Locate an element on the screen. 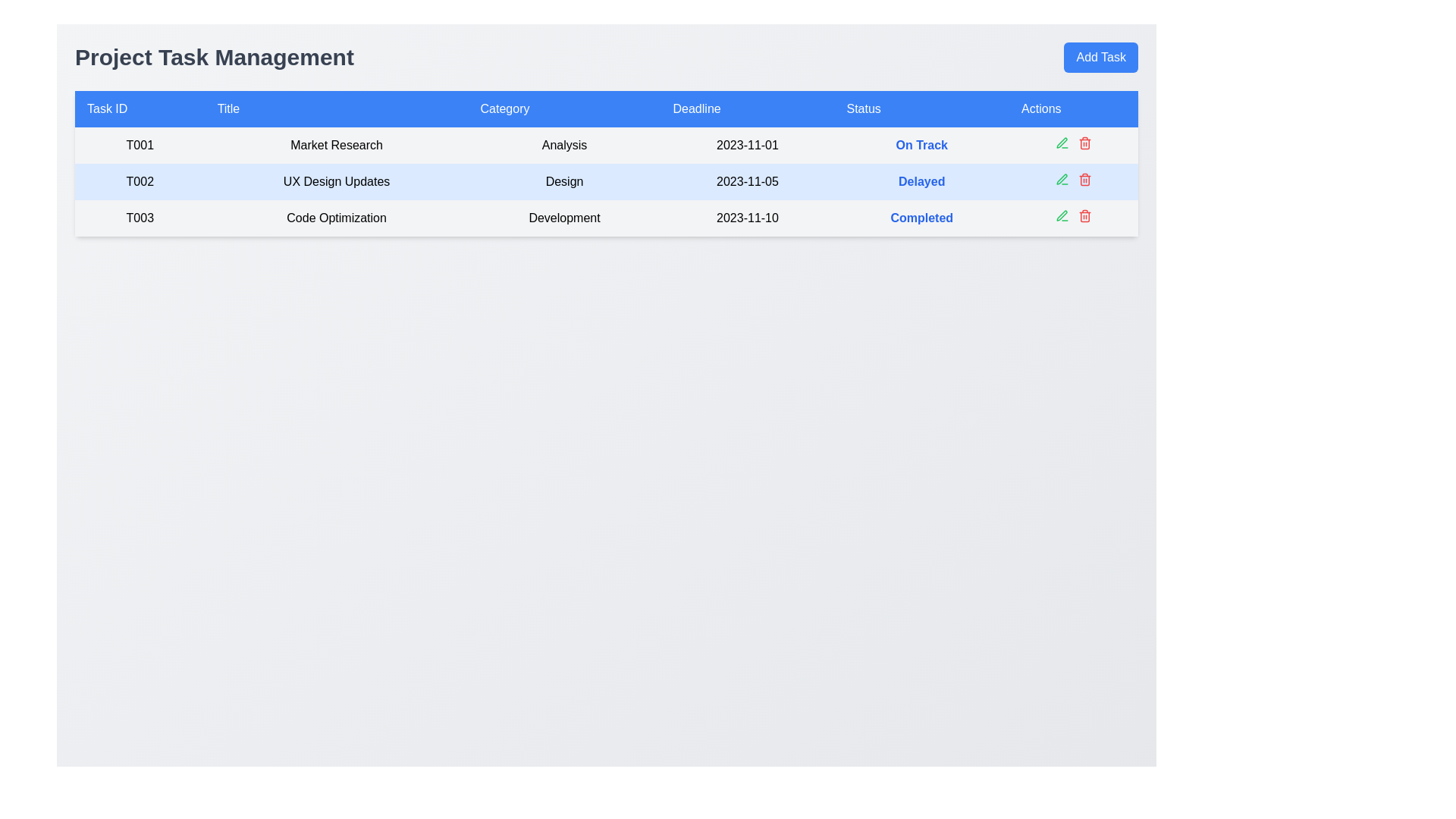  the Text label in the Title column that describes the task with ID 'T002' is located at coordinates (336, 180).